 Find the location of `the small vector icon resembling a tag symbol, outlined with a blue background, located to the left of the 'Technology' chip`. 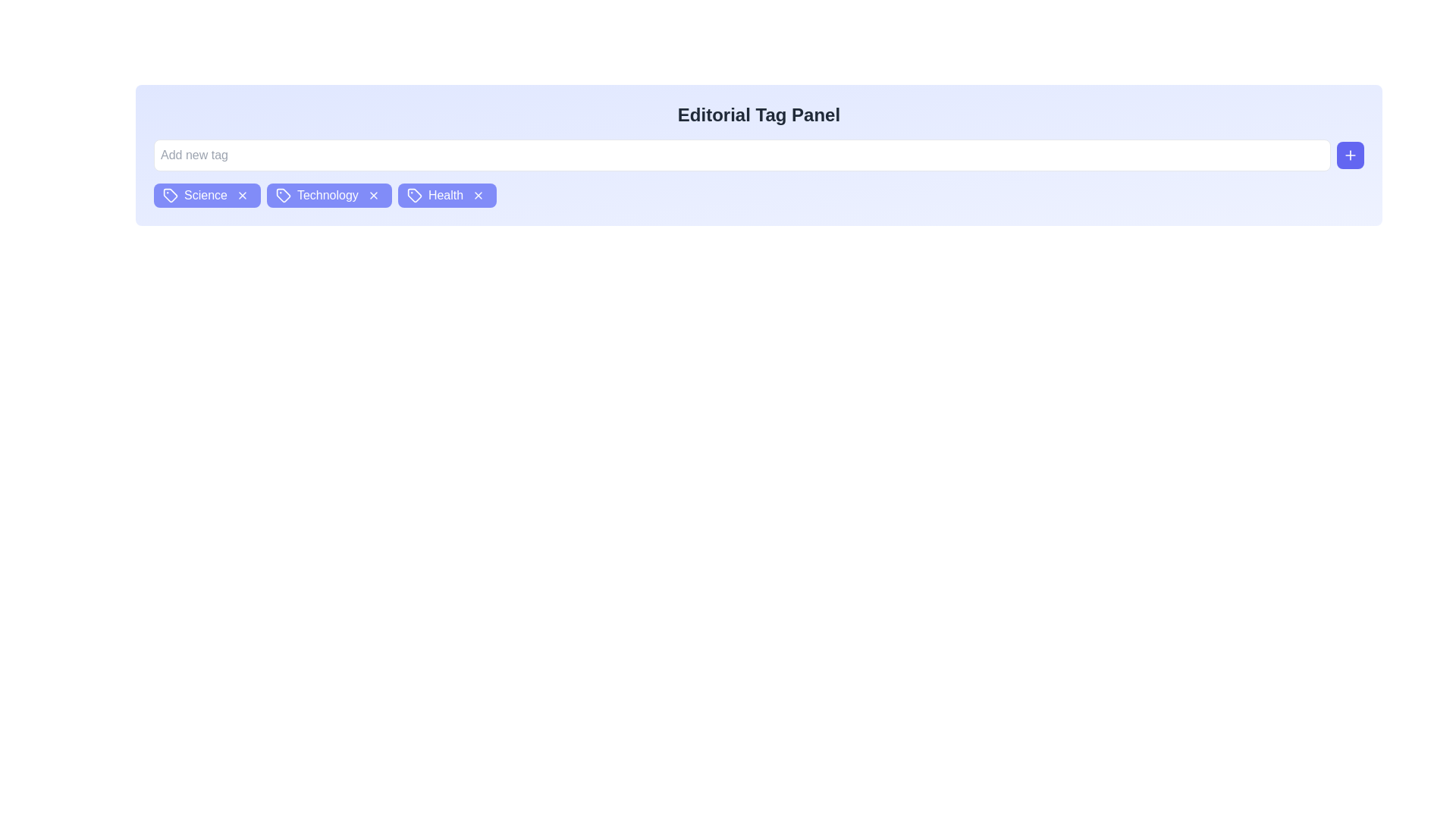

the small vector icon resembling a tag symbol, outlined with a blue background, located to the left of the 'Technology' chip is located at coordinates (284, 195).